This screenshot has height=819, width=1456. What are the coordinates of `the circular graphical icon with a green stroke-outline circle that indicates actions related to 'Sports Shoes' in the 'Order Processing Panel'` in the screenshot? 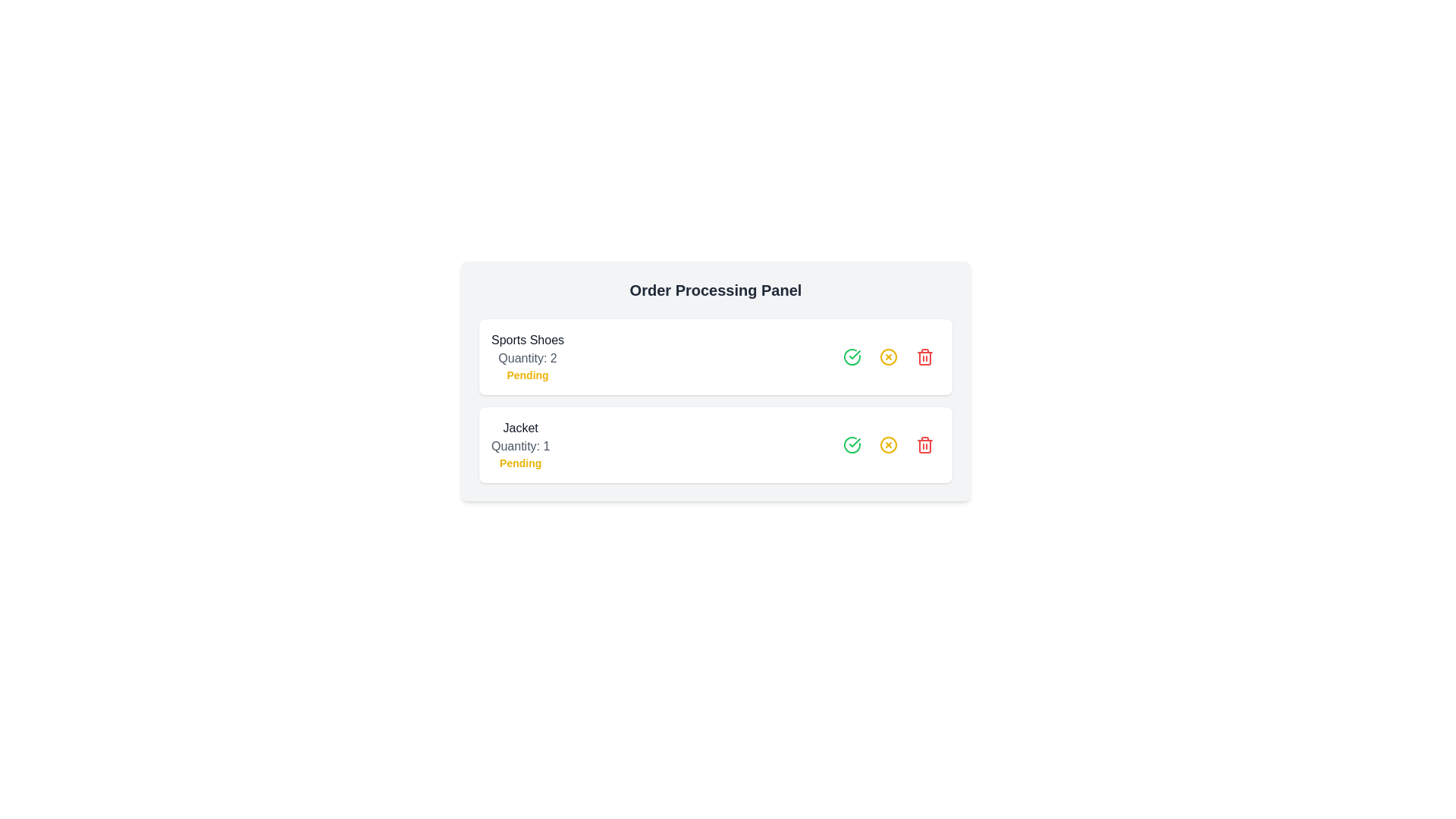 It's located at (852, 444).